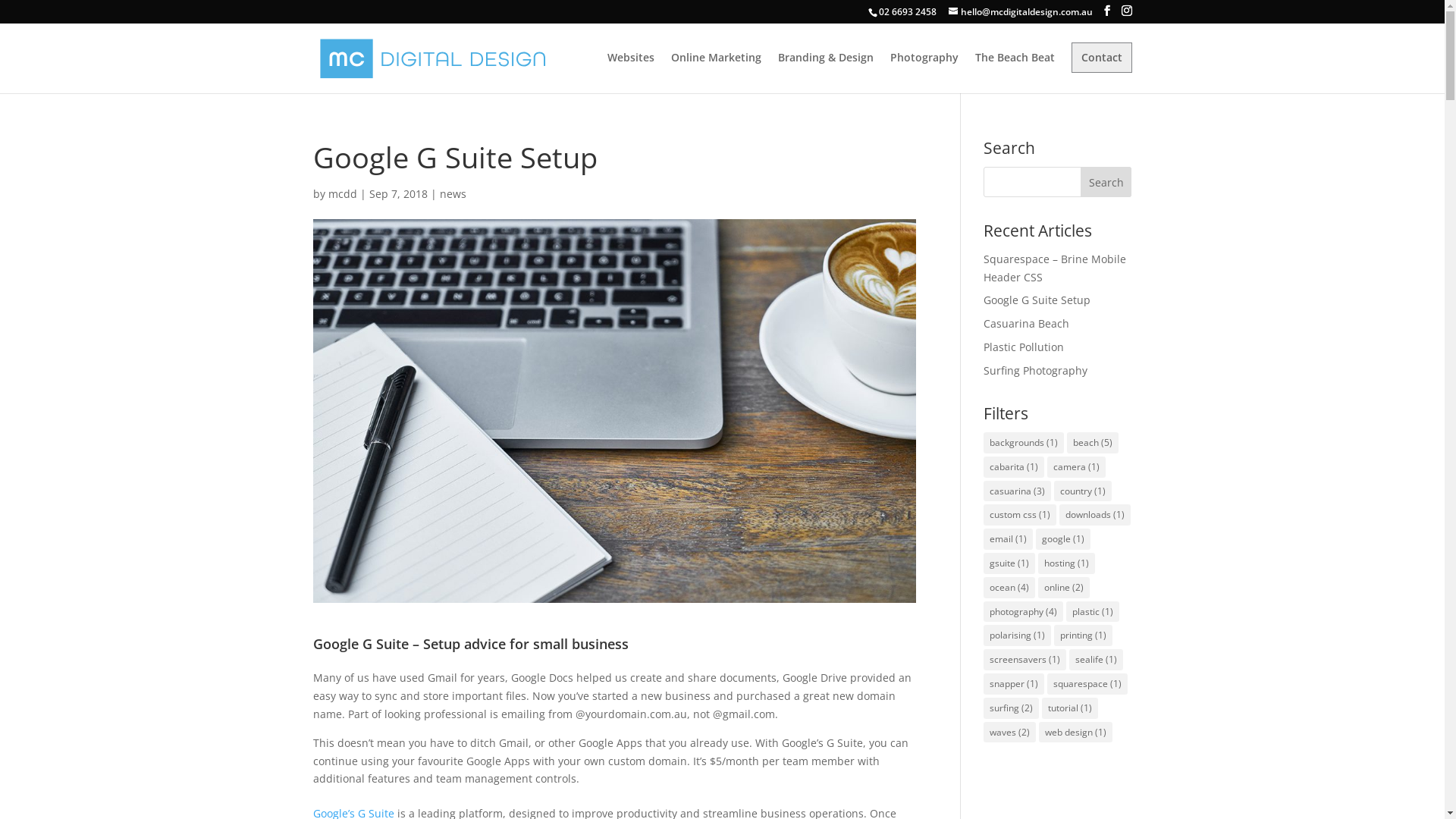  Describe the element at coordinates (1023, 610) in the screenshot. I see `'photography (4)'` at that location.